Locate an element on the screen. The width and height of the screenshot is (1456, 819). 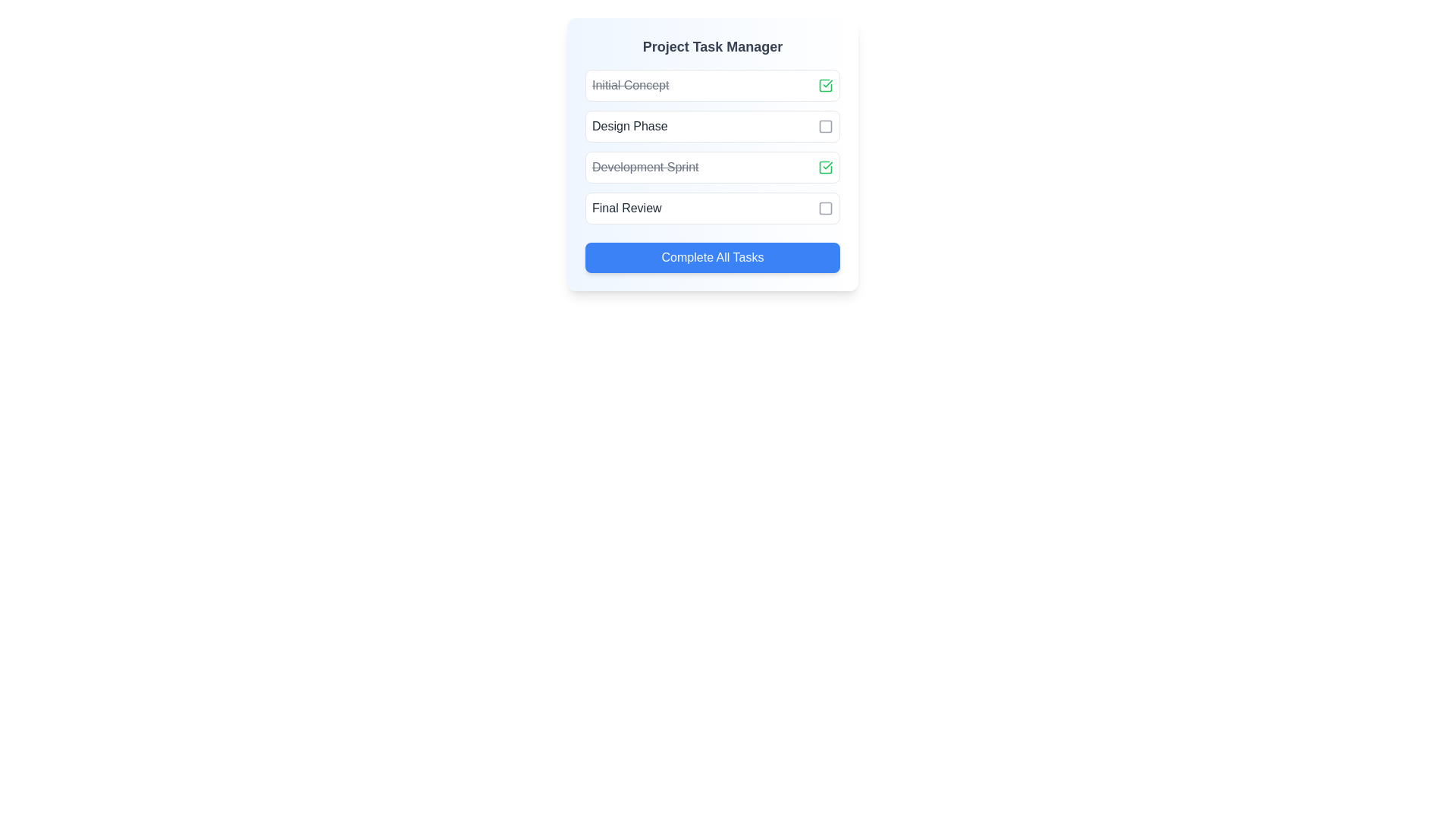
the checkbox located in the 'Design Phase' row of the task list, which is a small square-shaped component with a lightly rounded border is located at coordinates (825, 125).